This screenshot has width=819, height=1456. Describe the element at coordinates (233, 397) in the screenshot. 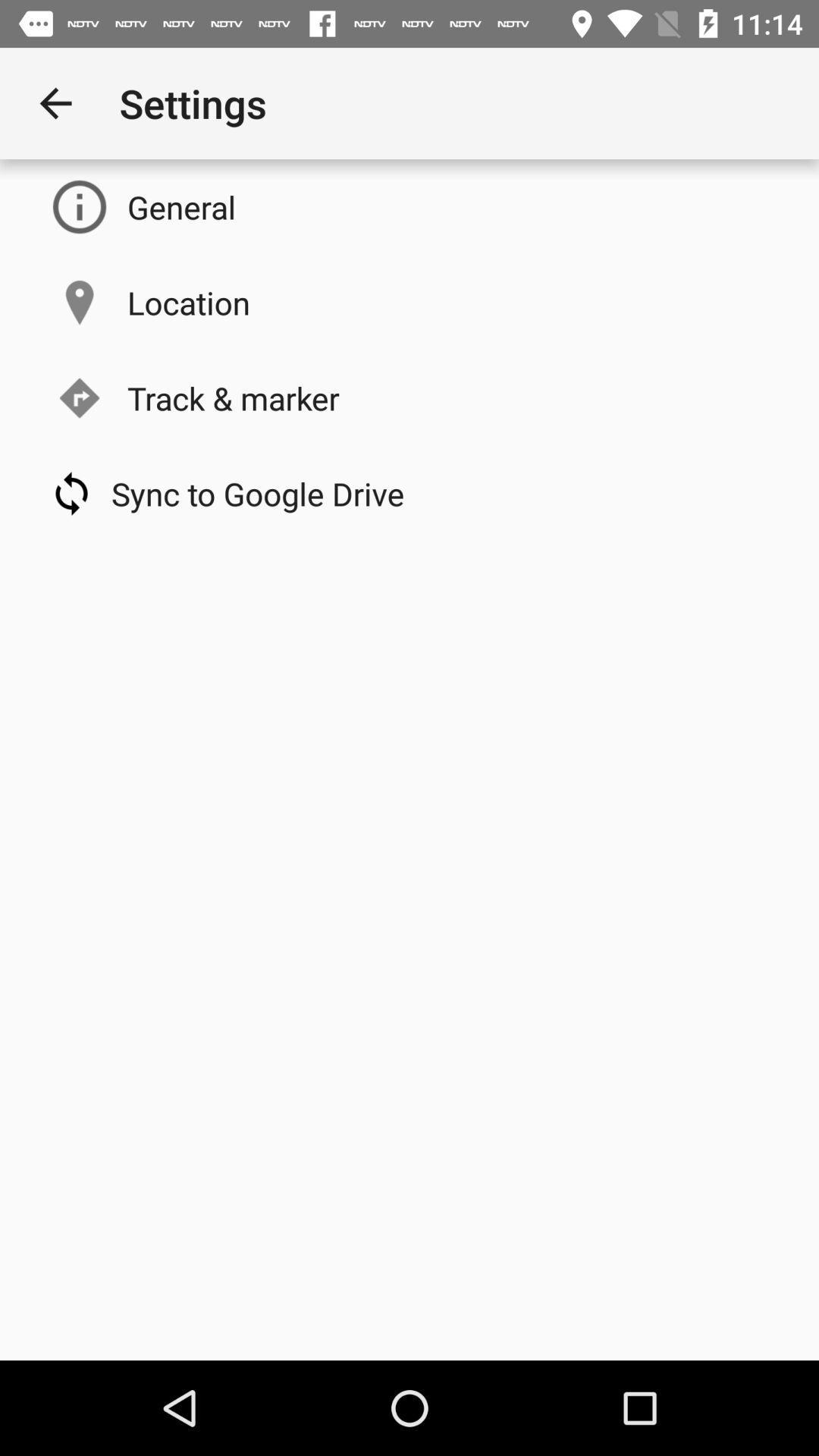

I see `item above the sync to google` at that location.